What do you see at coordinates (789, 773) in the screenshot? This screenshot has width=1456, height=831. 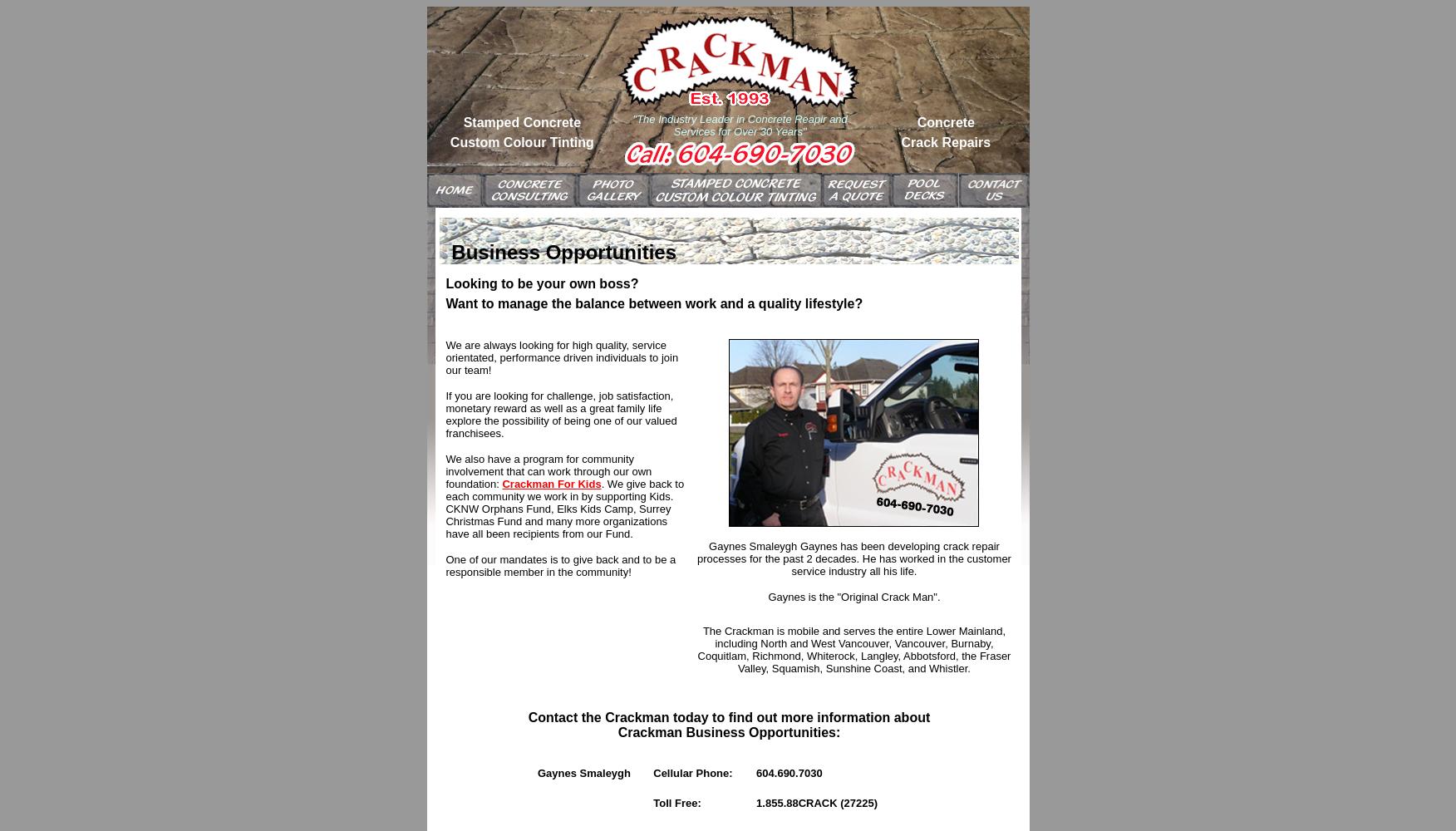 I see `'604.690.7030'` at bounding box center [789, 773].